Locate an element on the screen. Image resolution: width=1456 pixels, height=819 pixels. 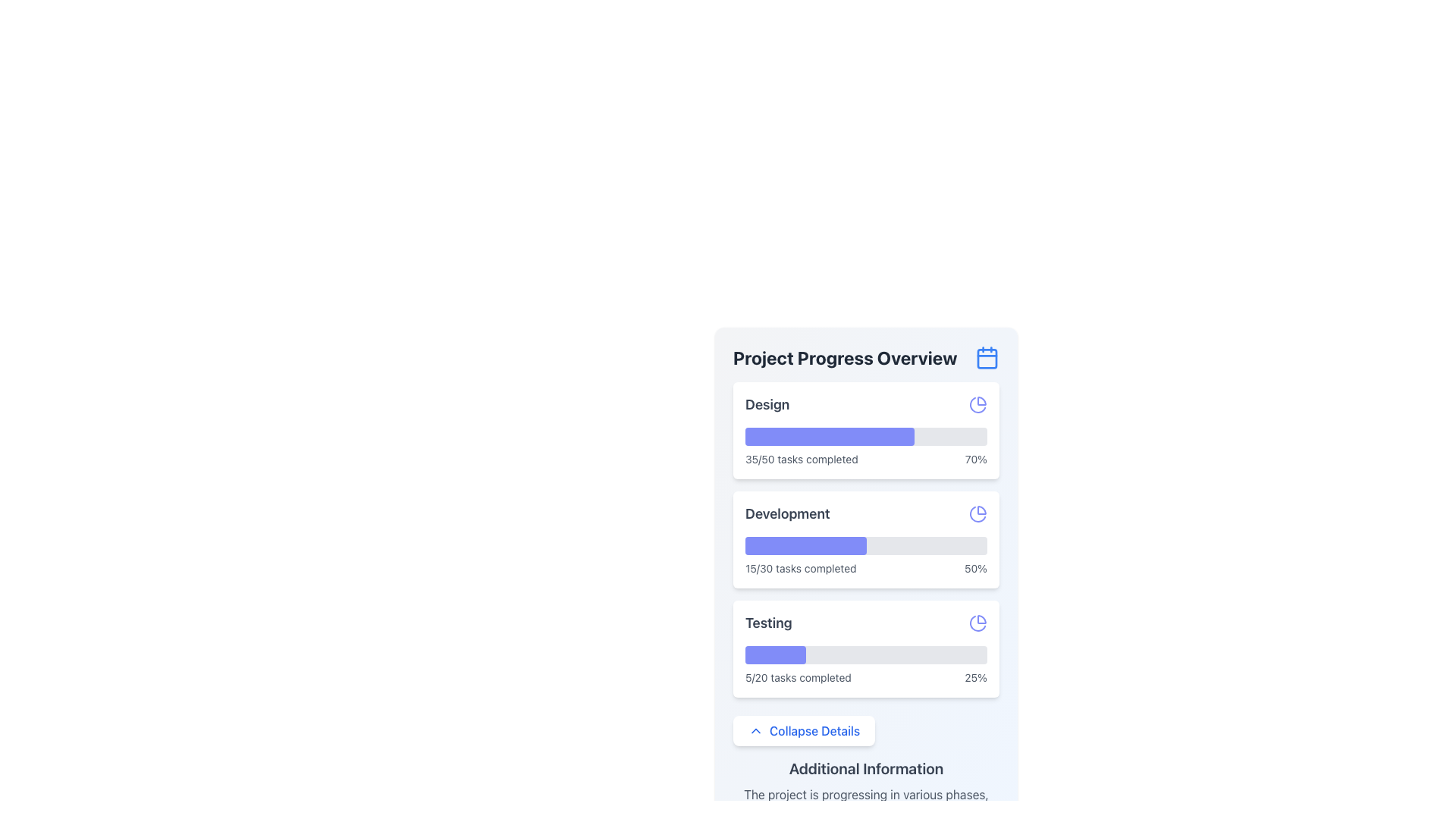
the indigo-colored progress indicator located within the Testing section of the Project Progress Overview panel is located at coordinates (775, 654).